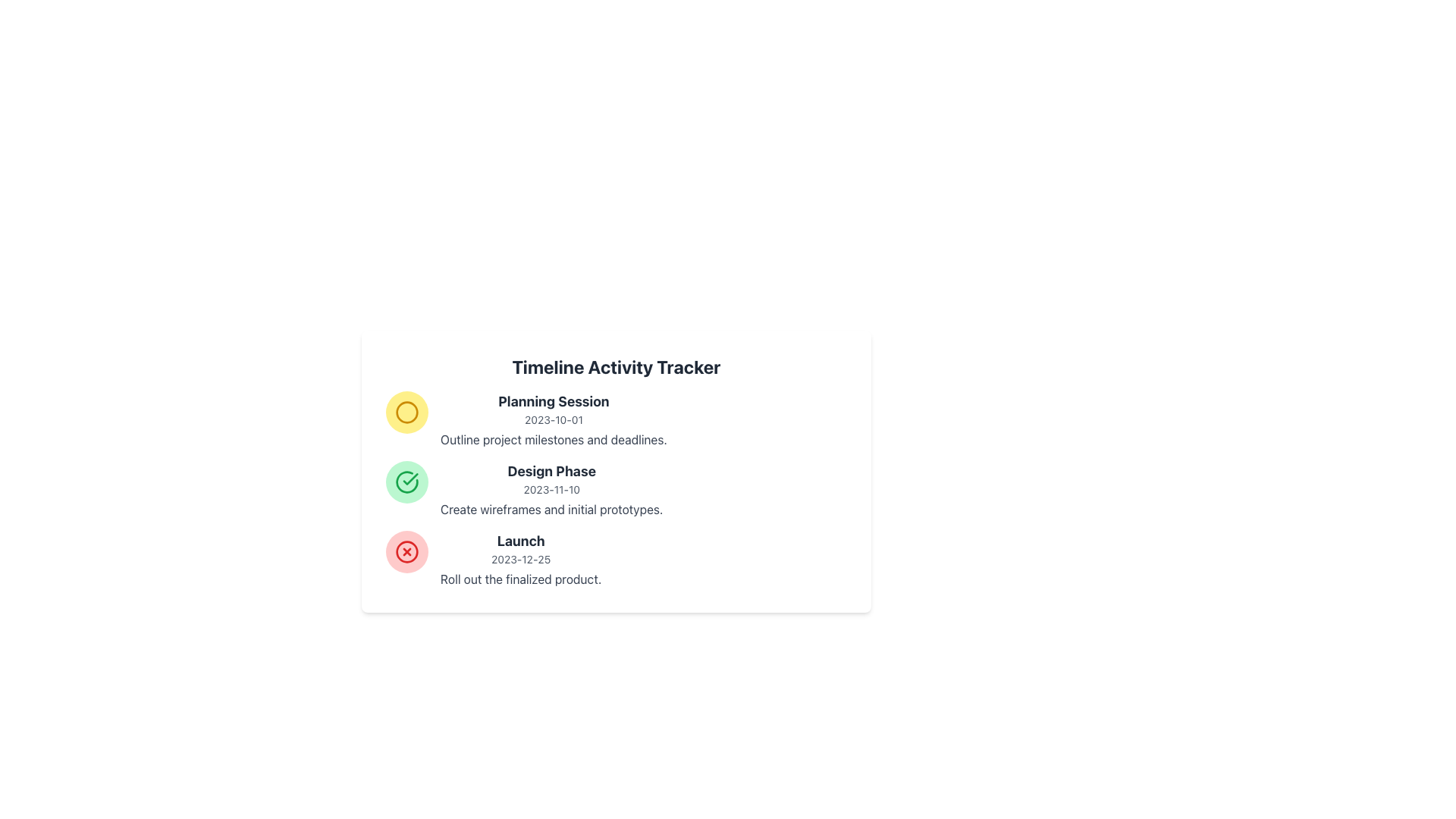 The height and width of the screenshot is (819, 1456). What do you see at coordinates (616, 489) in the screenshot?
I see `the second item in the project timeline` at bounding box center [616, 489].